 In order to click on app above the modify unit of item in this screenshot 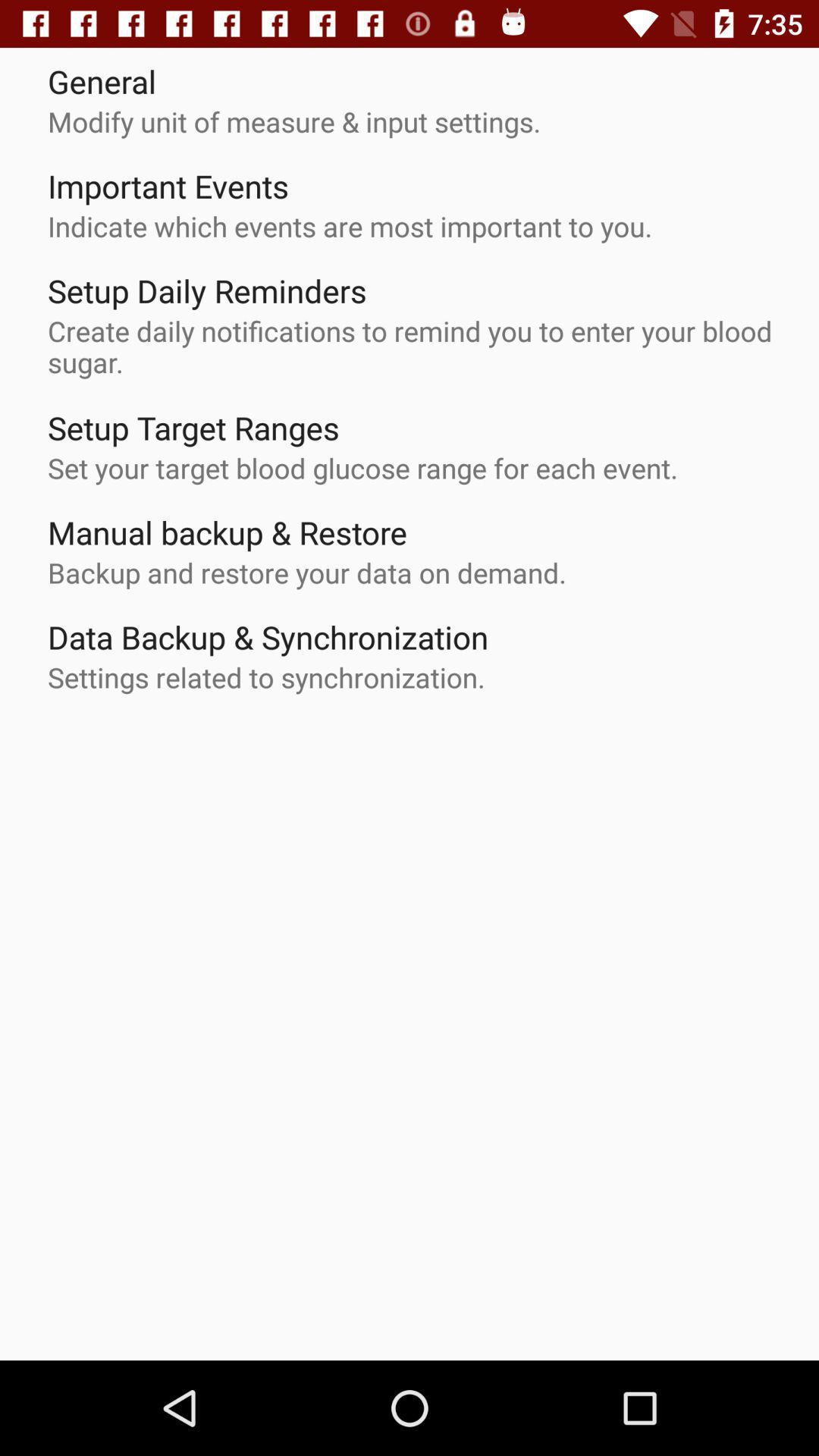, I will do `click(102, 80)`.